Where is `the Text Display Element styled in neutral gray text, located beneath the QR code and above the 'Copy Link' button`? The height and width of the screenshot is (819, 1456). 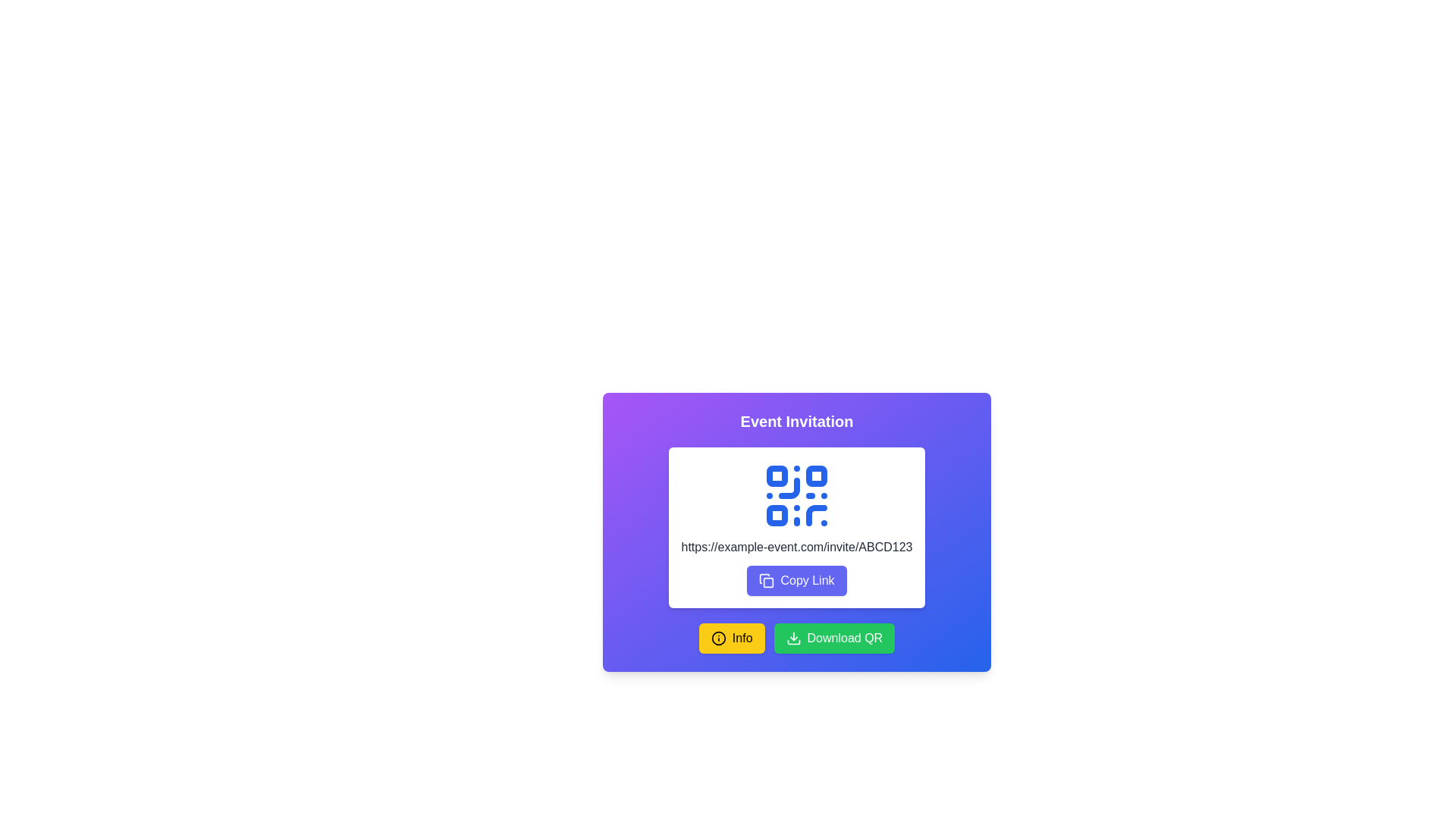 the Text Display Element styled in neutral gray text, located beneath the QR code and above the 'Copy Link' button is located at coordinates (796, 547).